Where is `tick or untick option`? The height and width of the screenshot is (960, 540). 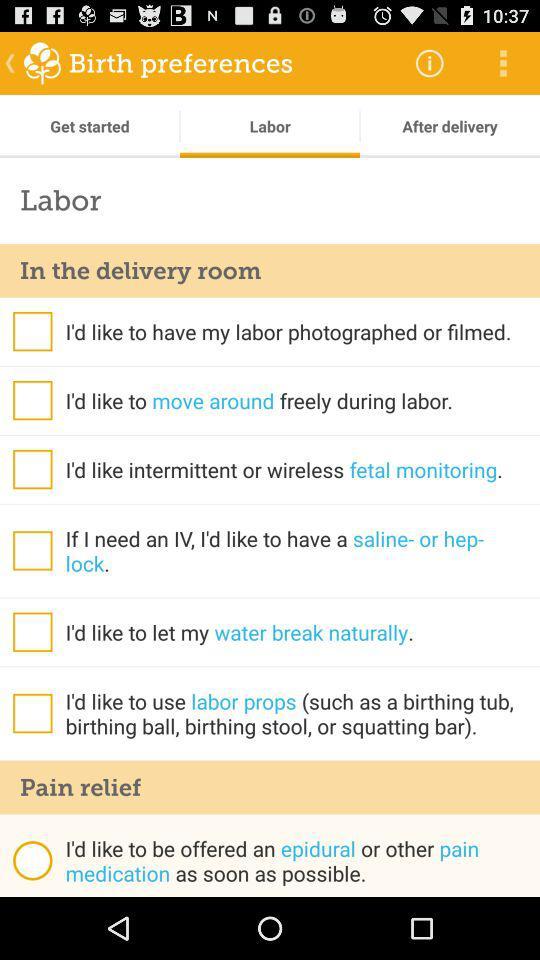
tick or untick option is located at coordinates (31, 713).